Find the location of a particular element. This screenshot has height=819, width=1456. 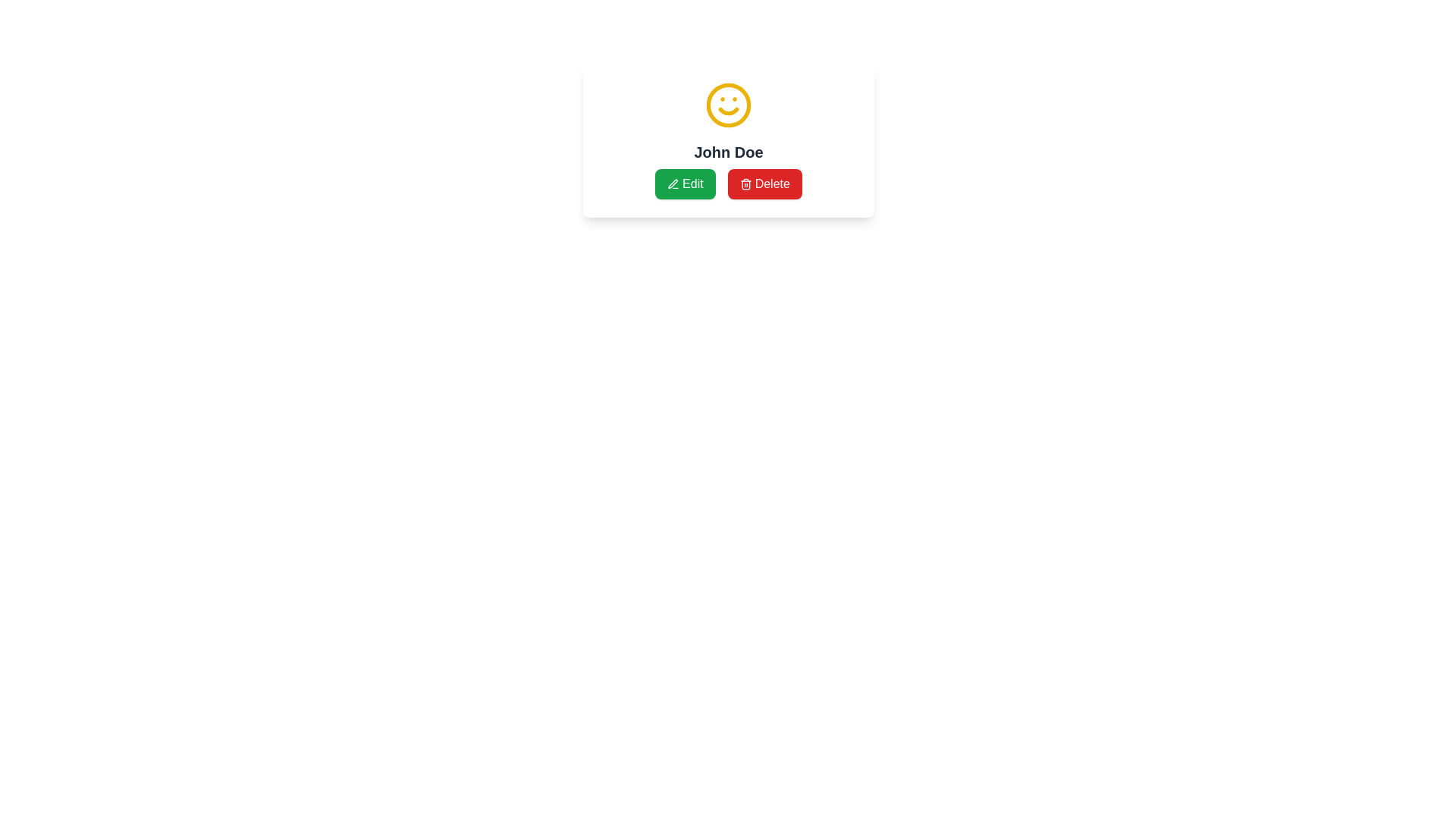

the Decorative graphic circle that is part of the smiley face icon located at the top portion of the card displaying the user's name 'John Doe' is located at coordinates (728, 104).